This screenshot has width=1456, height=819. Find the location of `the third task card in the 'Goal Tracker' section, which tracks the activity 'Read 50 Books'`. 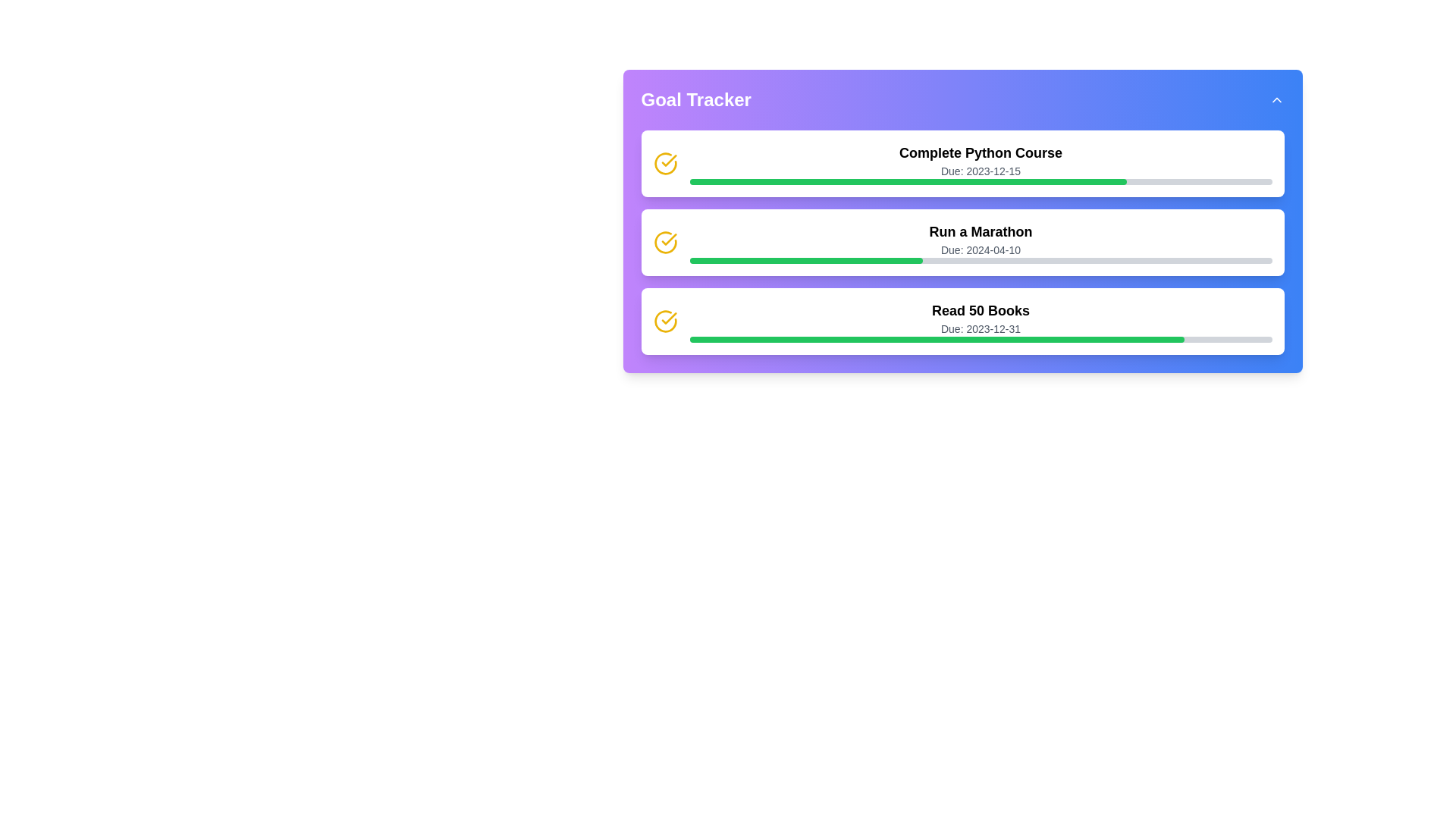

the third task card in the 'Goal Tracker' section, which tracks the activity 'Read 50 Books' is located at coordinates (962, 321).